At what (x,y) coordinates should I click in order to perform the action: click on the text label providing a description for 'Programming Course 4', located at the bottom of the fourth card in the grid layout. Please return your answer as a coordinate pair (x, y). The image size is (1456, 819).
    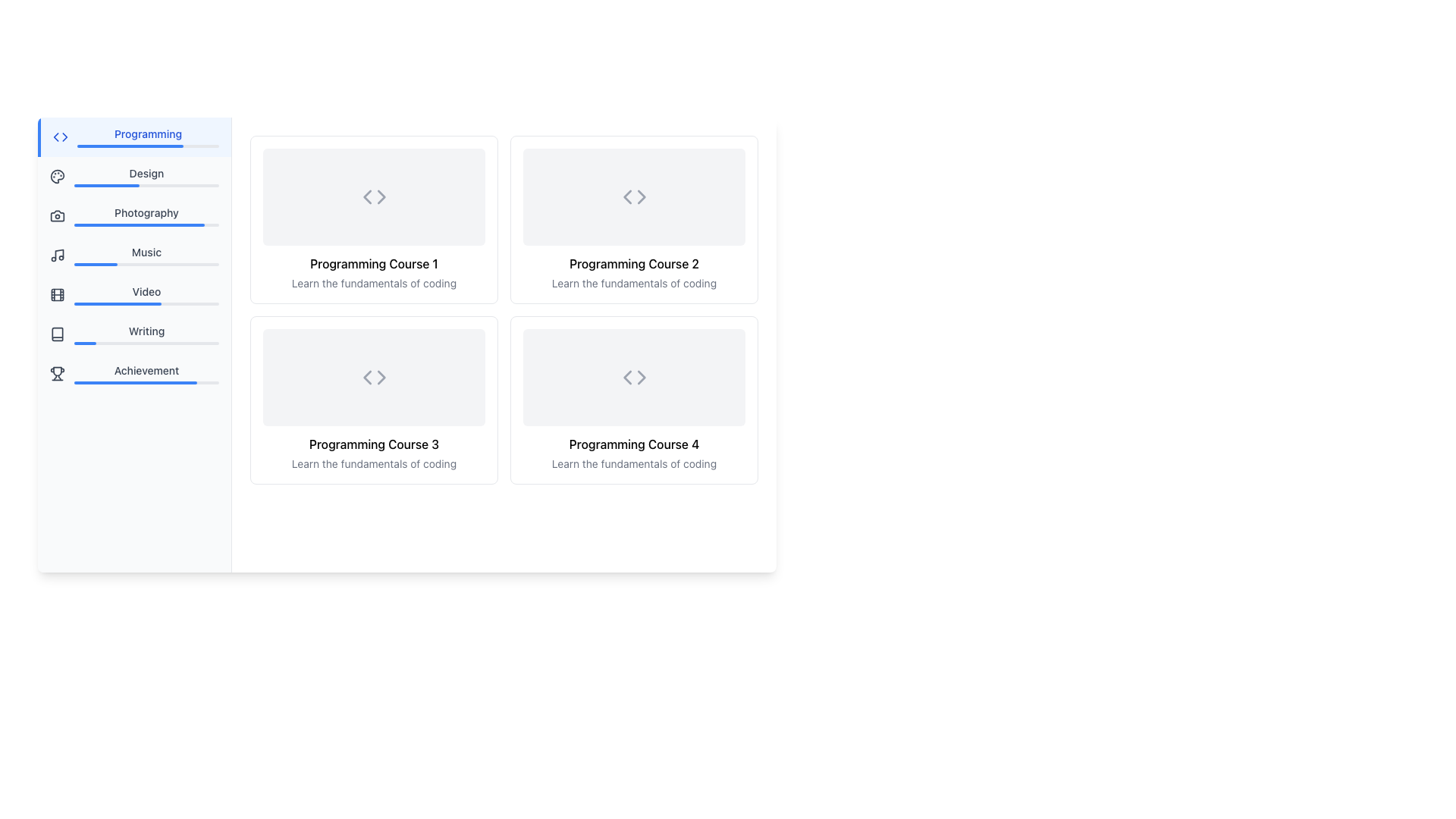
    Looking at the image, I should click on (634, 463).